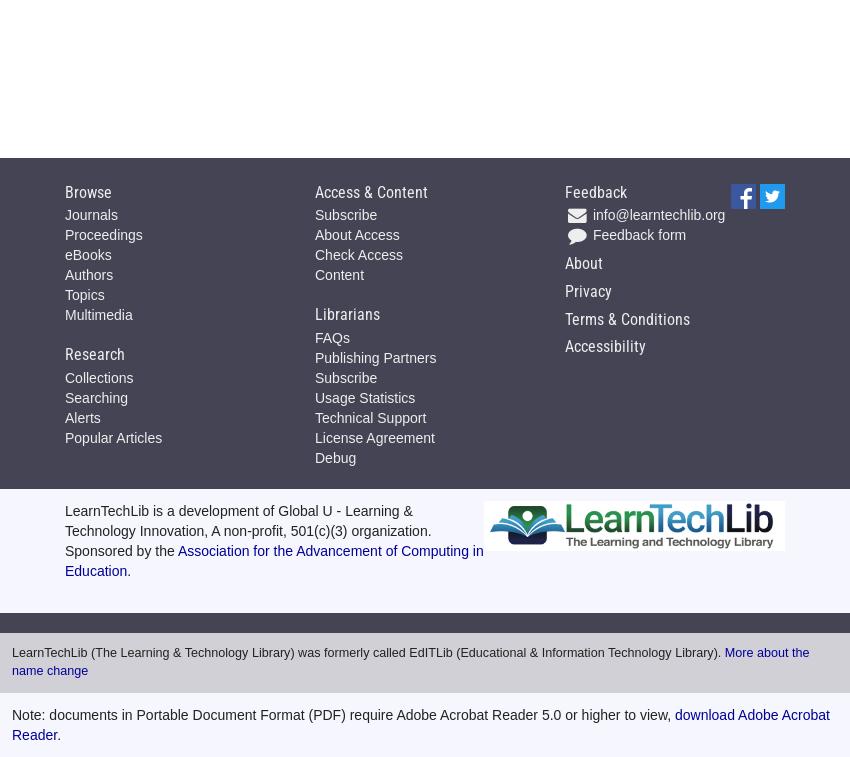  I want to click on 'Collections', so click(98, 375).